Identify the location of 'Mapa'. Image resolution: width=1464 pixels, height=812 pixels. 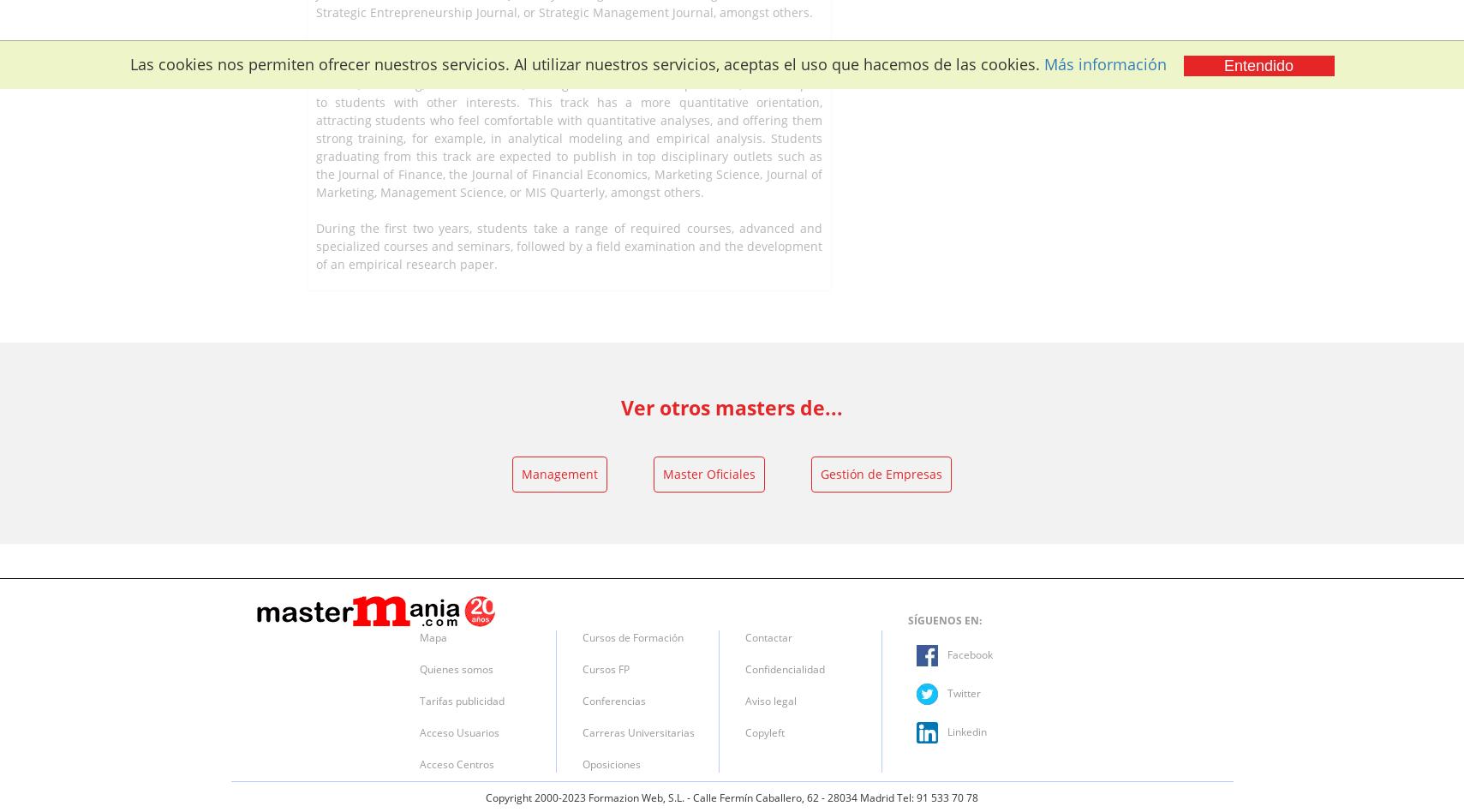
(432, 636).